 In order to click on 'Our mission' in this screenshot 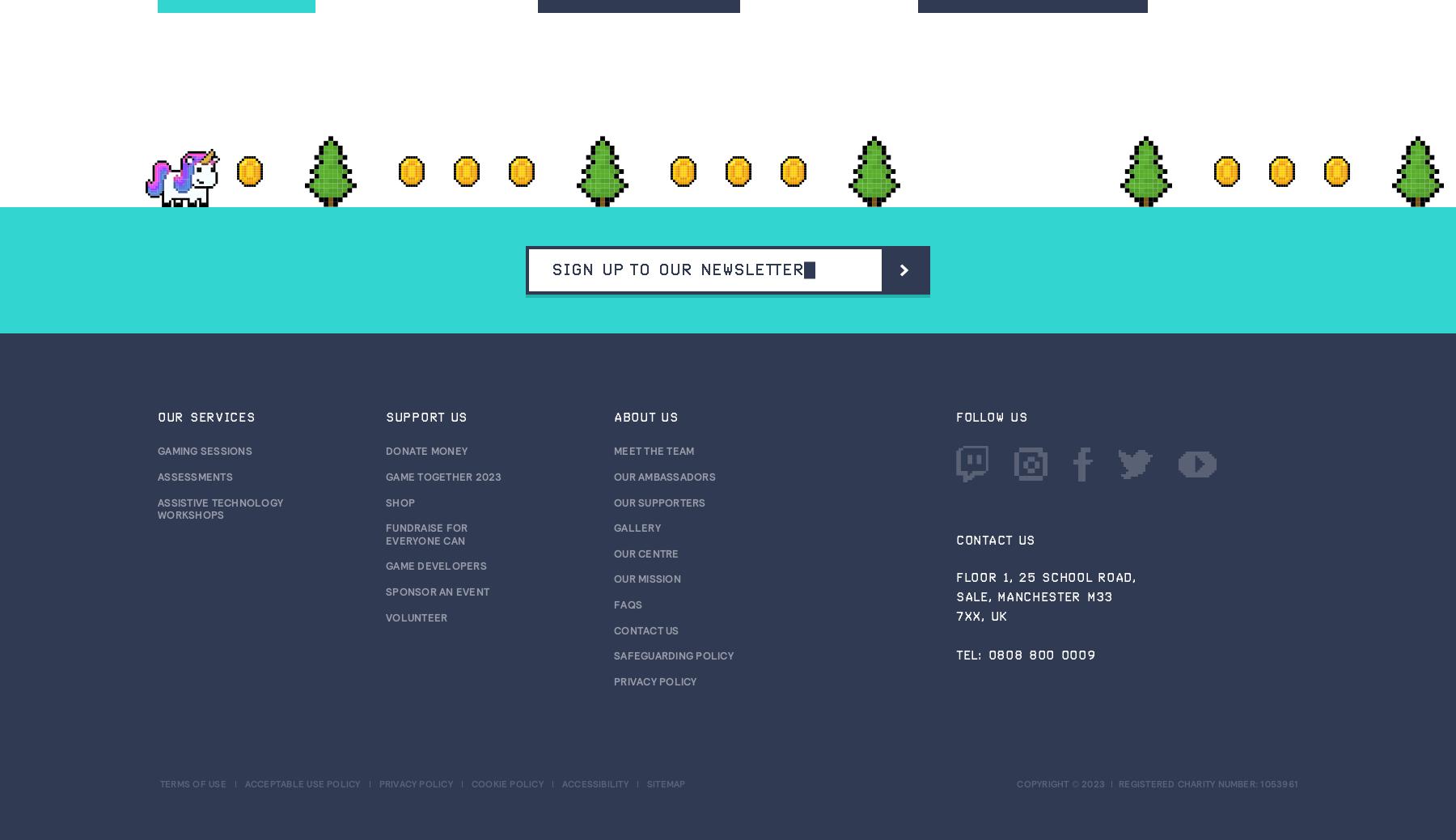, I will do `click(613, 579)`.